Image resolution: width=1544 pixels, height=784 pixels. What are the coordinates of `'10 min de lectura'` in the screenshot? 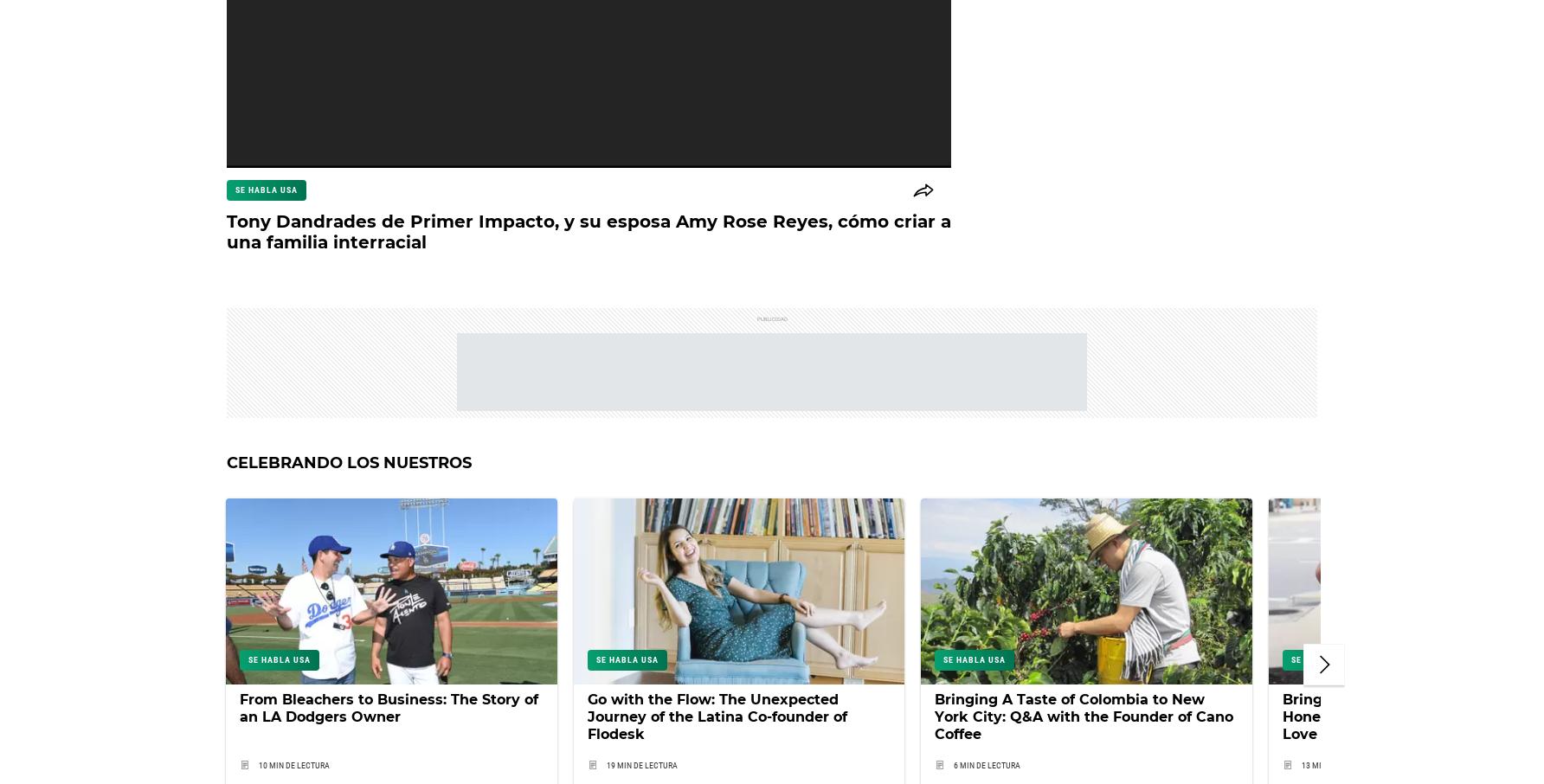 It's located at (293, 764).